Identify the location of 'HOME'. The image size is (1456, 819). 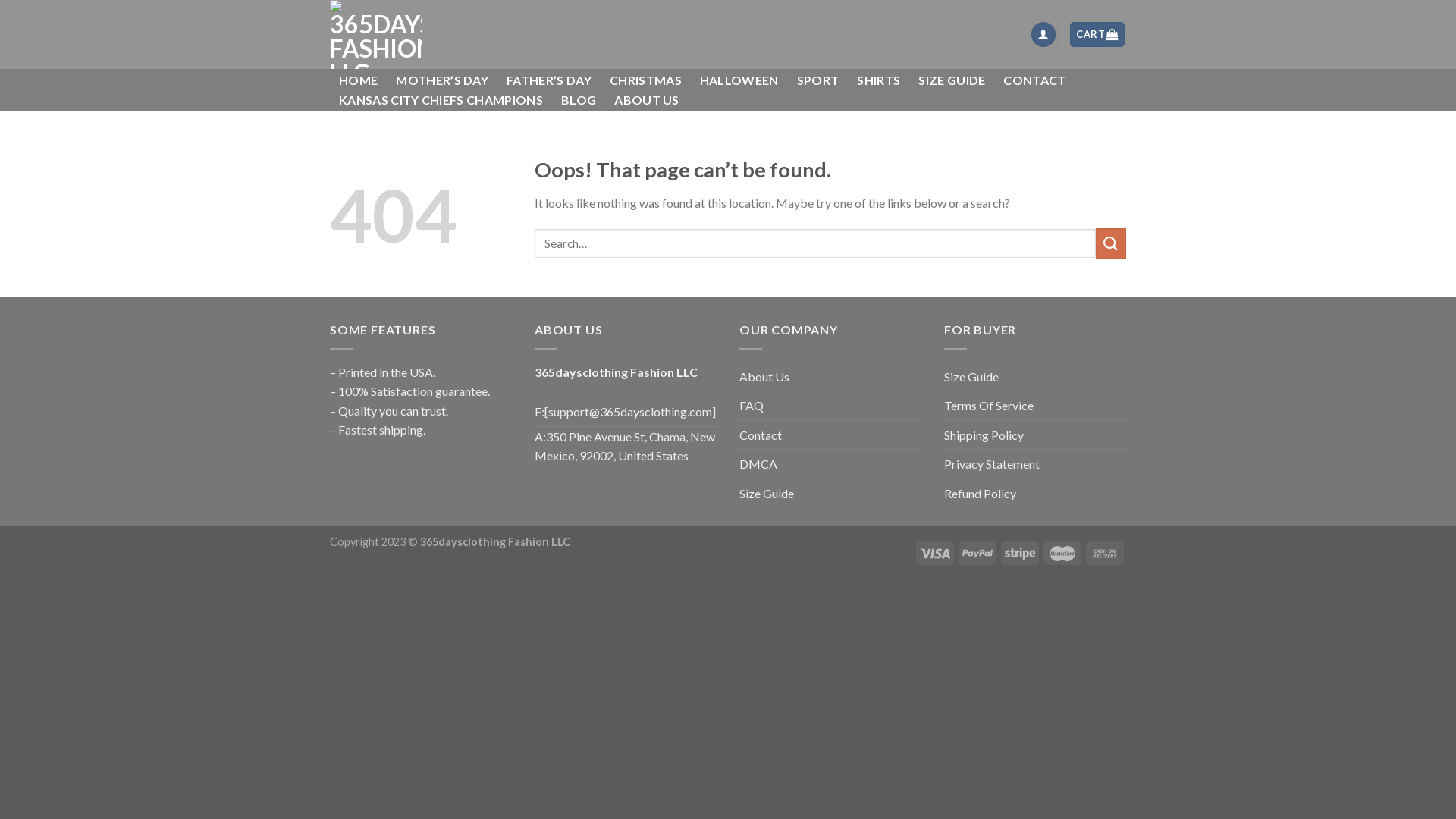
(357, 80).